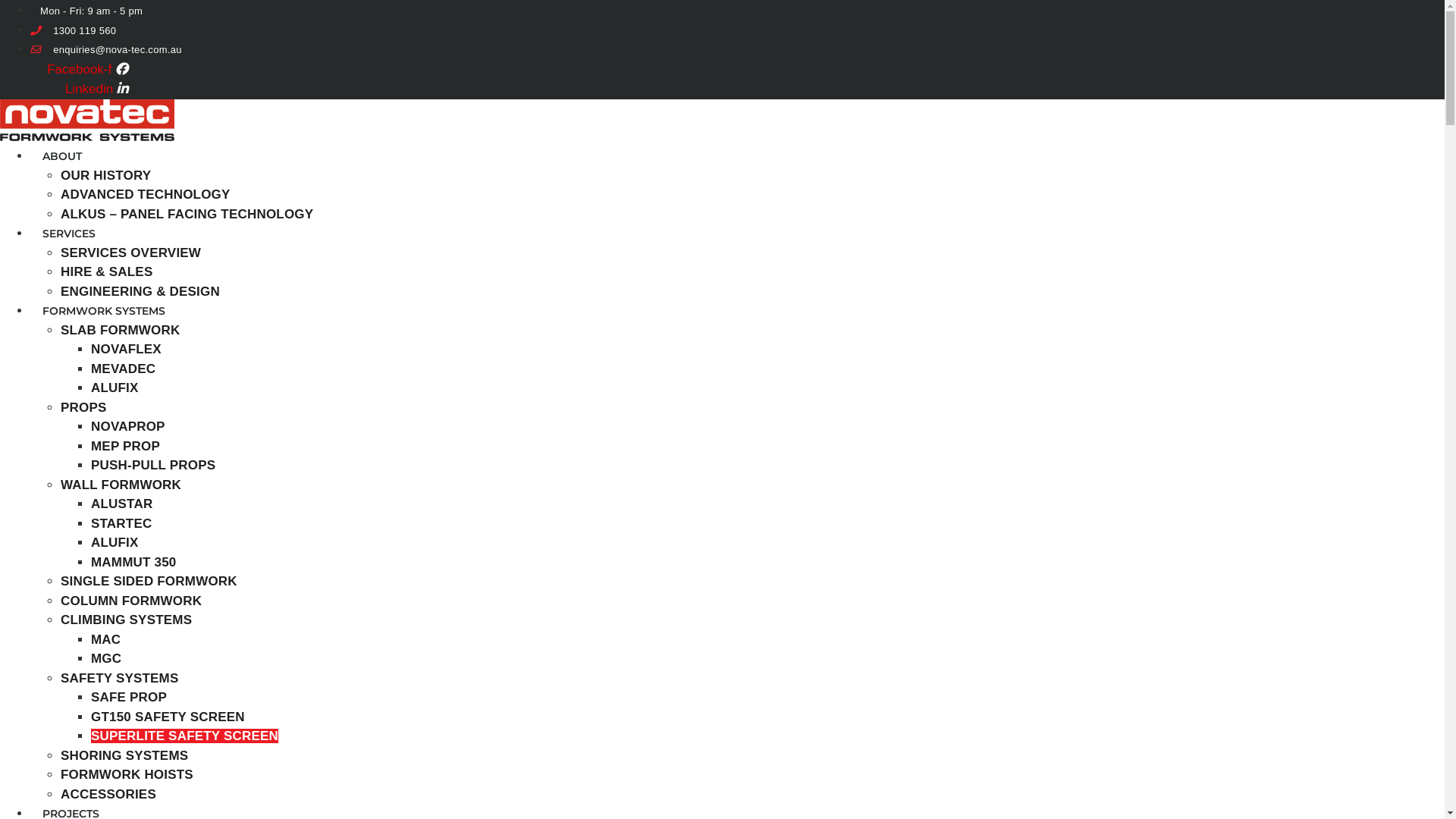 This screenshot has width=1456, height=819. Describe the element at coordinates (123, 369) in the screenshot. I see `'MEVADEC'` at that location.